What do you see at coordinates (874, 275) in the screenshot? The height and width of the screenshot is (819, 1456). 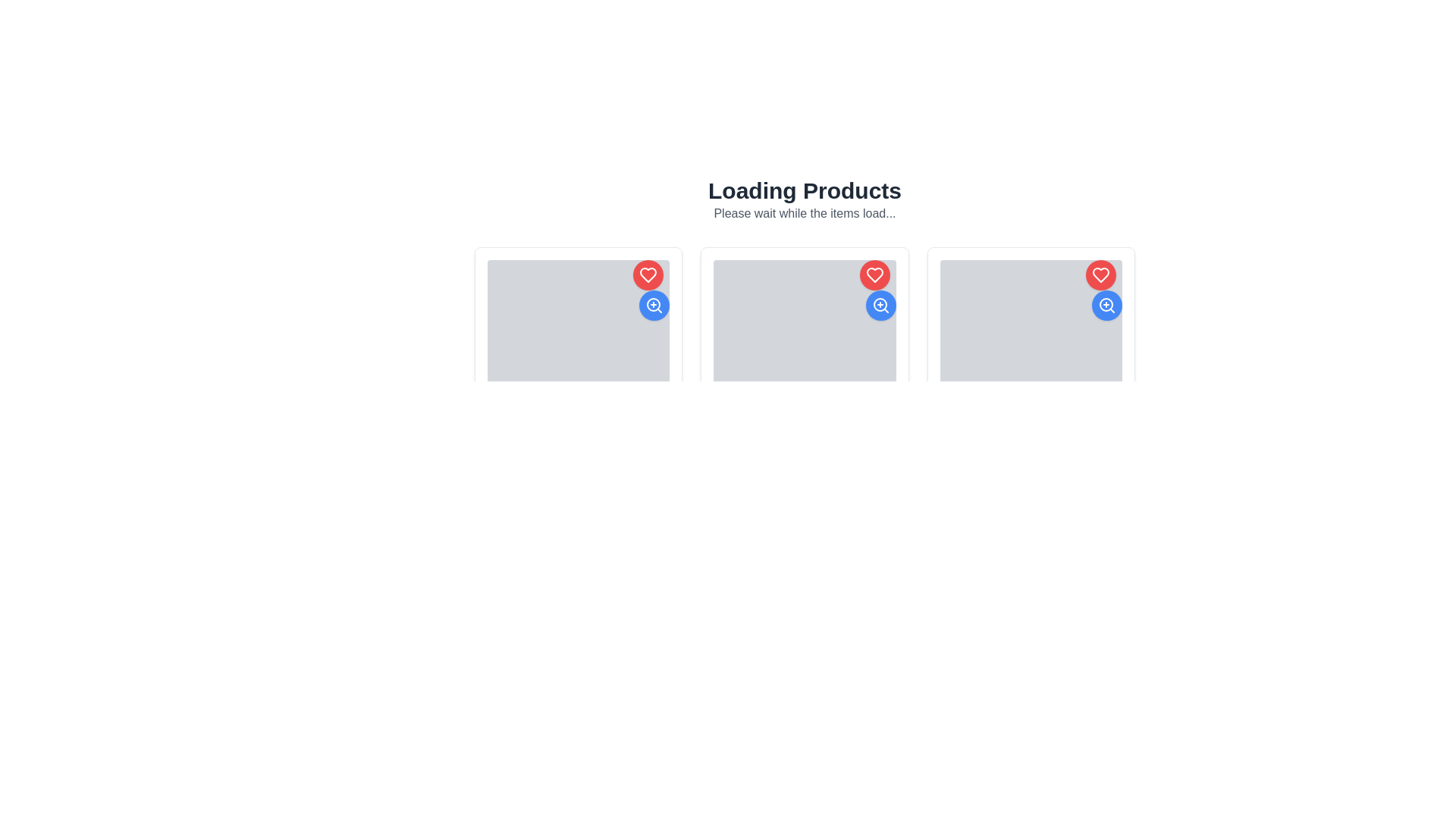 I see `the 'Like' button located in the upper-right corner of the middle product card` at bounding box center [874, 275].